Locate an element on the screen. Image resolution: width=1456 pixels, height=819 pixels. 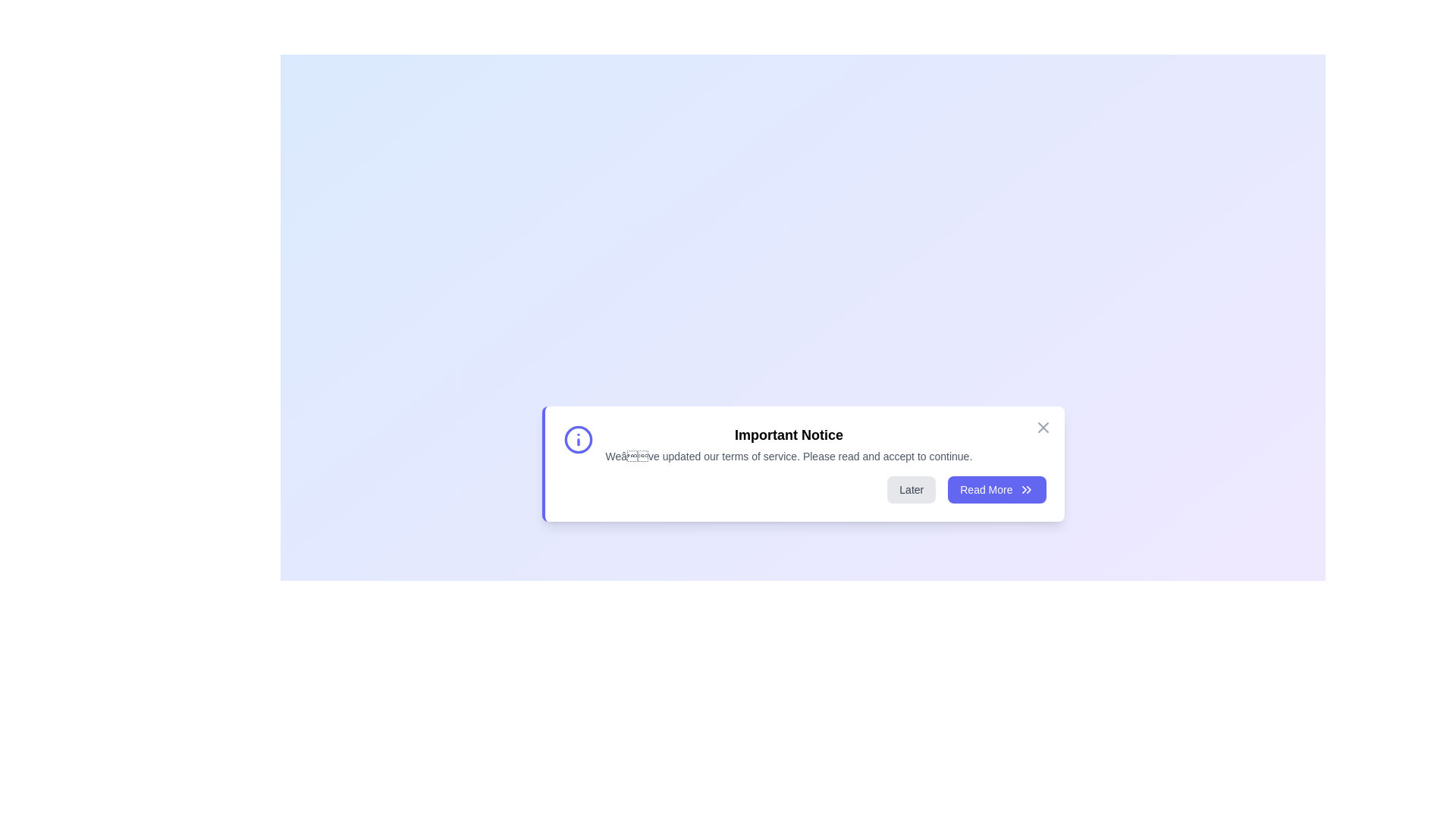
close button to dismiss the notification is located at coordinates (1042, 427).